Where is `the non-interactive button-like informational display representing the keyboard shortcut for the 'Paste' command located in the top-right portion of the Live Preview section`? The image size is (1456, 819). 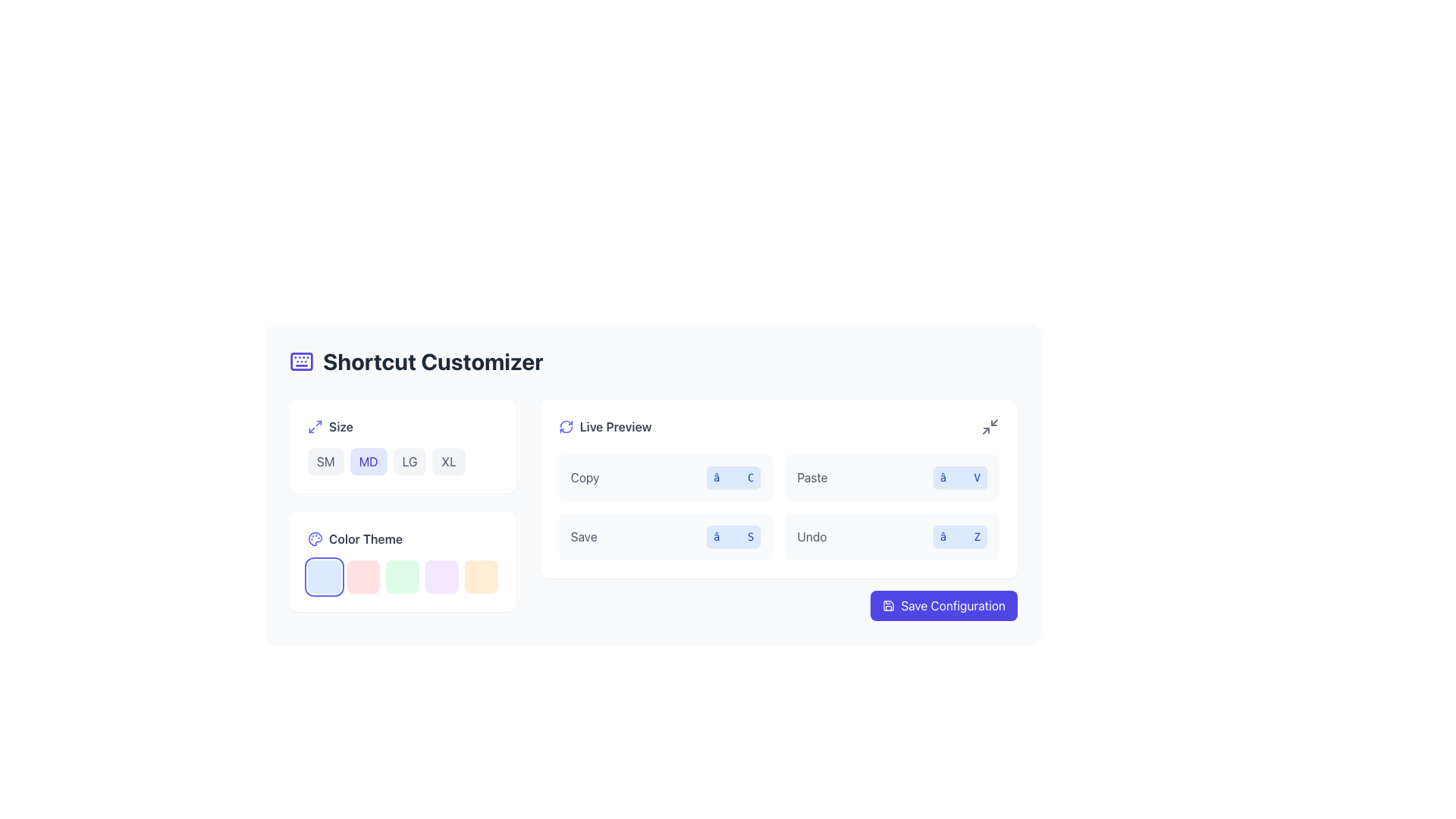
the non-interactive button-like informational display representing the keyboard shortcut for the 'Paste' command located in the top-right portion of the Live Preview section is located at coordinates (959, 476).